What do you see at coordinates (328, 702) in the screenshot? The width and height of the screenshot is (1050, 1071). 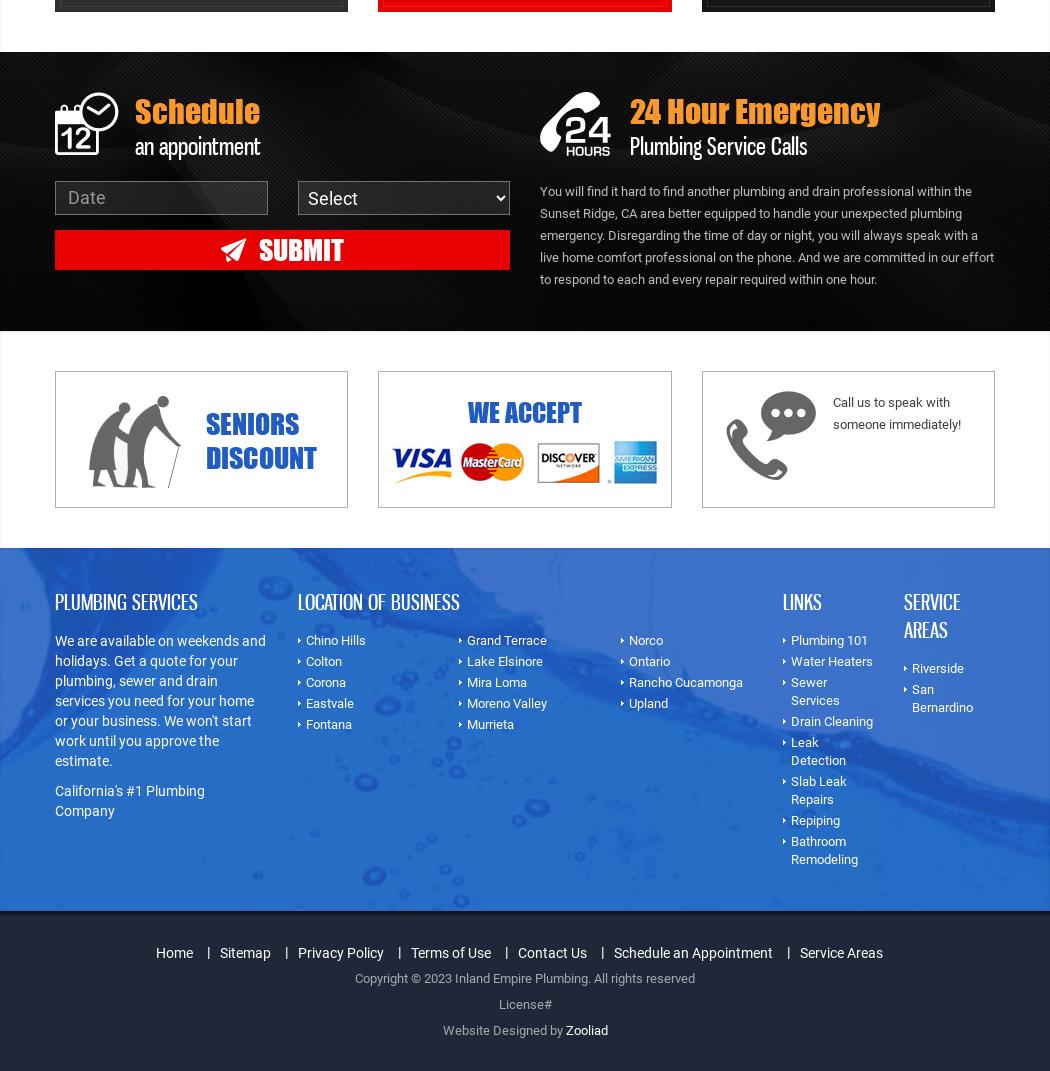 I see `'Eastvale'` at bounding box center [328, 702].